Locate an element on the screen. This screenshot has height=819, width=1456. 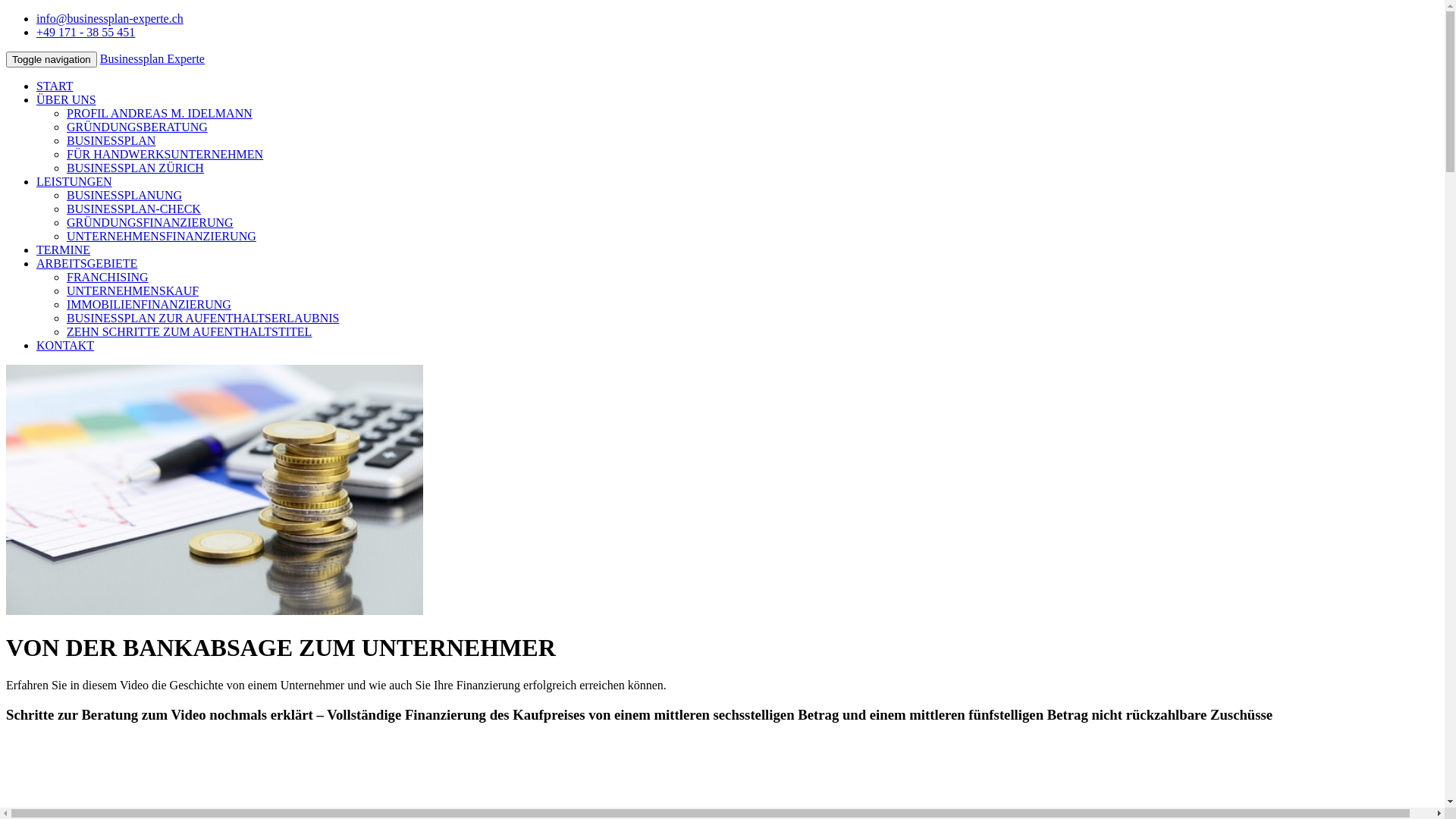
'+49 171 - 38 55 451' is located at coordinates (85, 32).